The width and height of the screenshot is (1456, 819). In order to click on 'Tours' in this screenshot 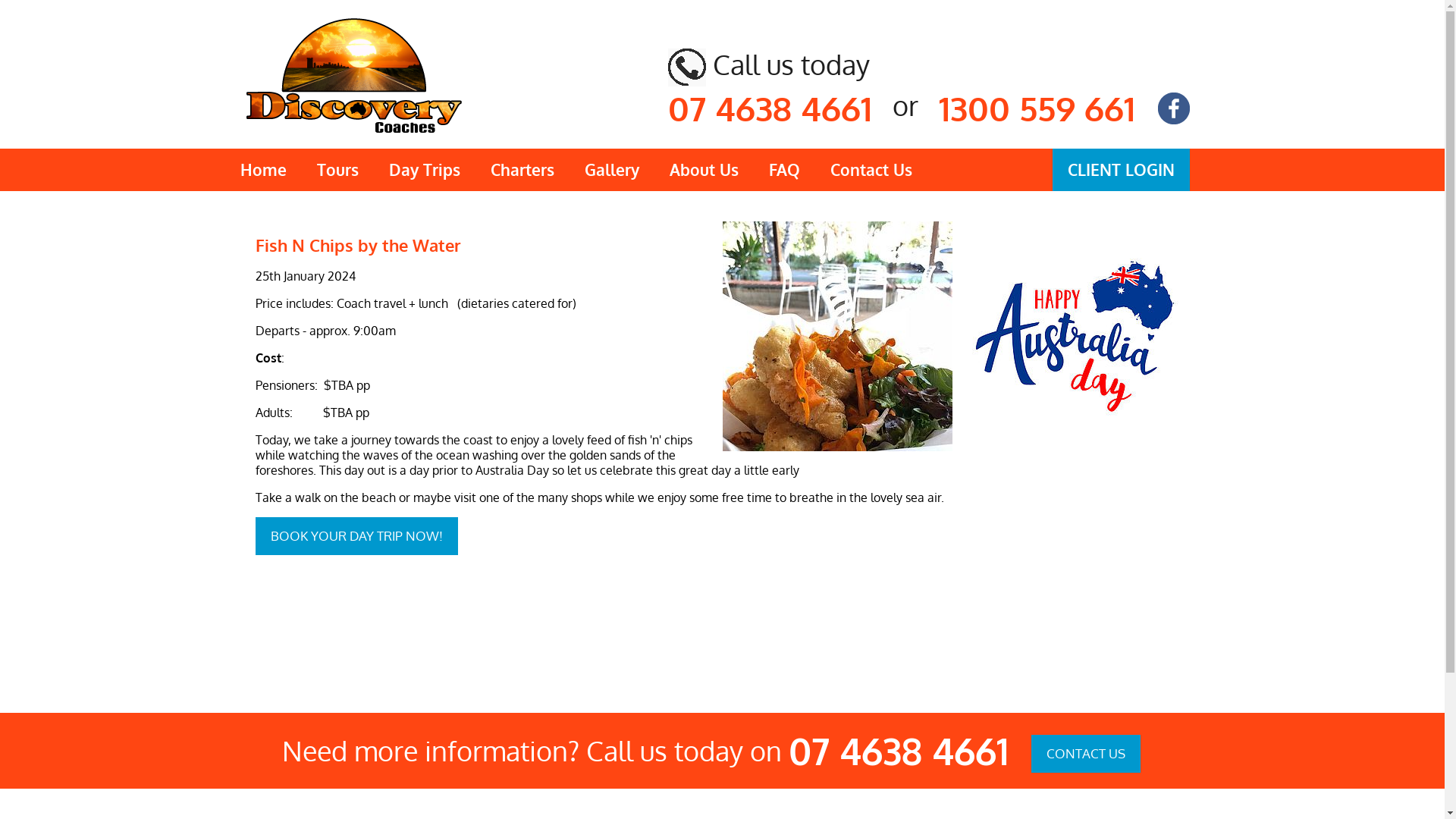, I will do `click(337, 169)`.